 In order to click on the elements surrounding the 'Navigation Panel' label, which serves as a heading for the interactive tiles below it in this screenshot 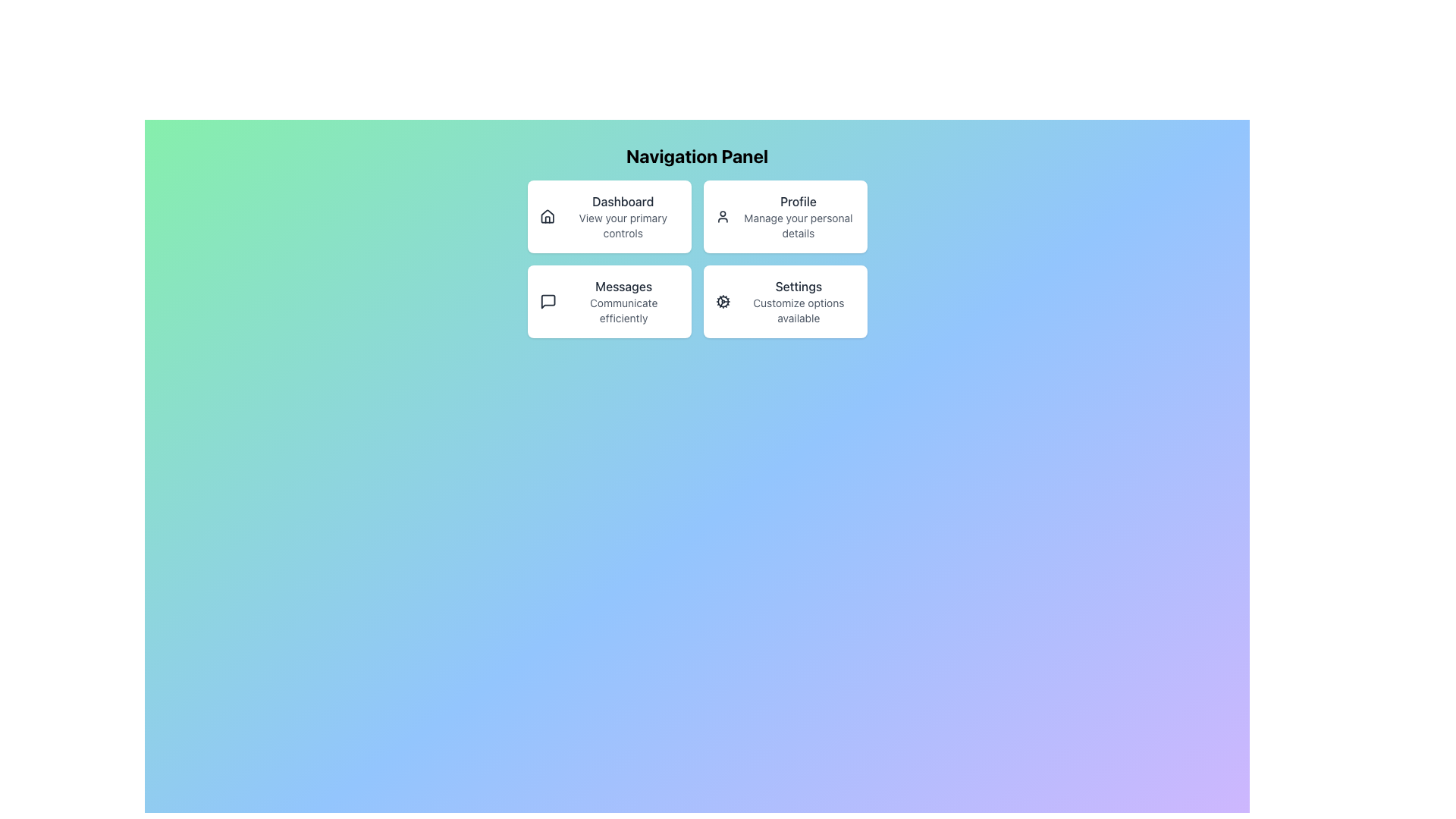, I will do `click(696, 155)`.